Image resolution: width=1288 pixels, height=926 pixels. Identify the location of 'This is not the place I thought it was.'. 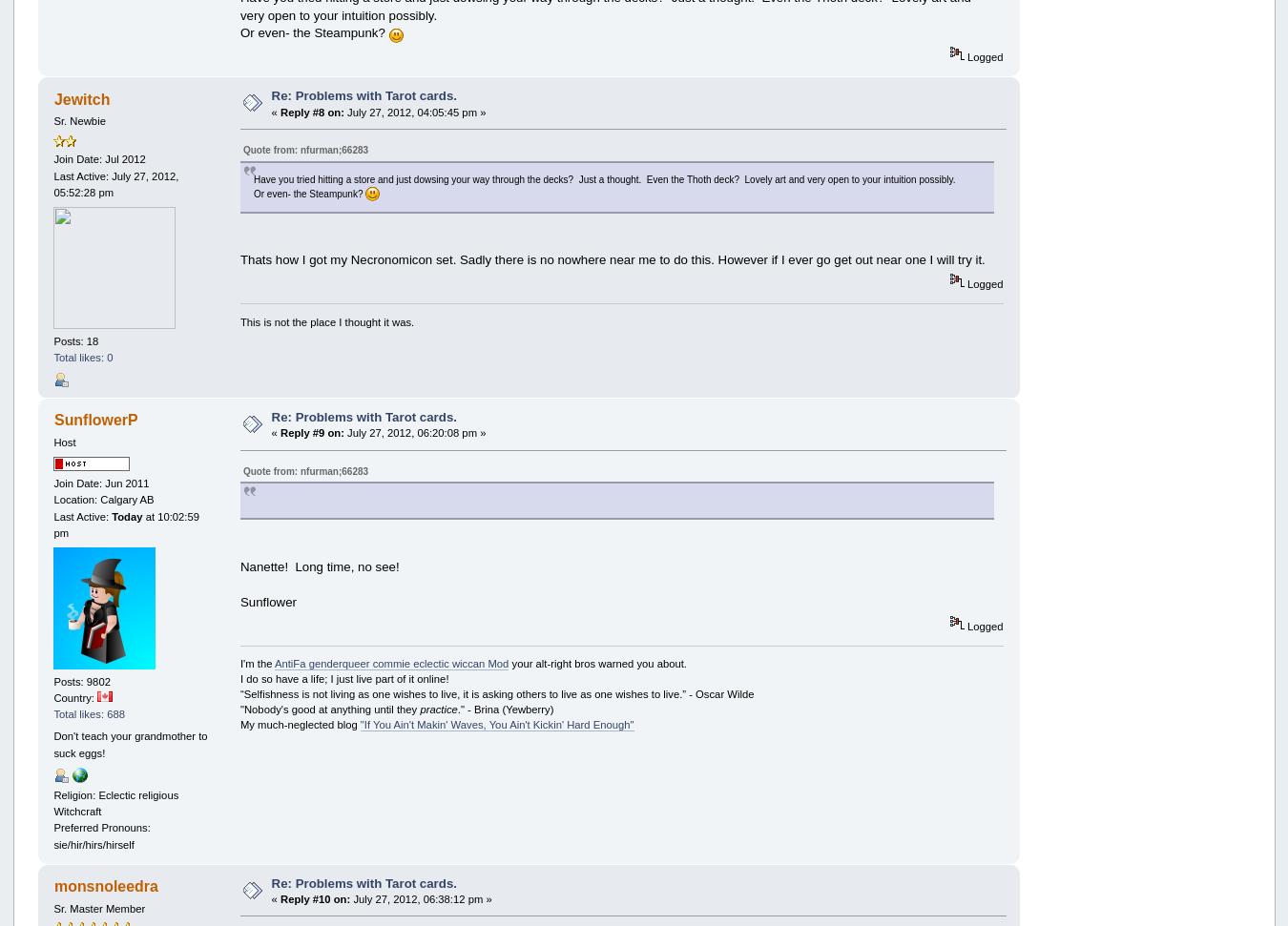
(326, 321).